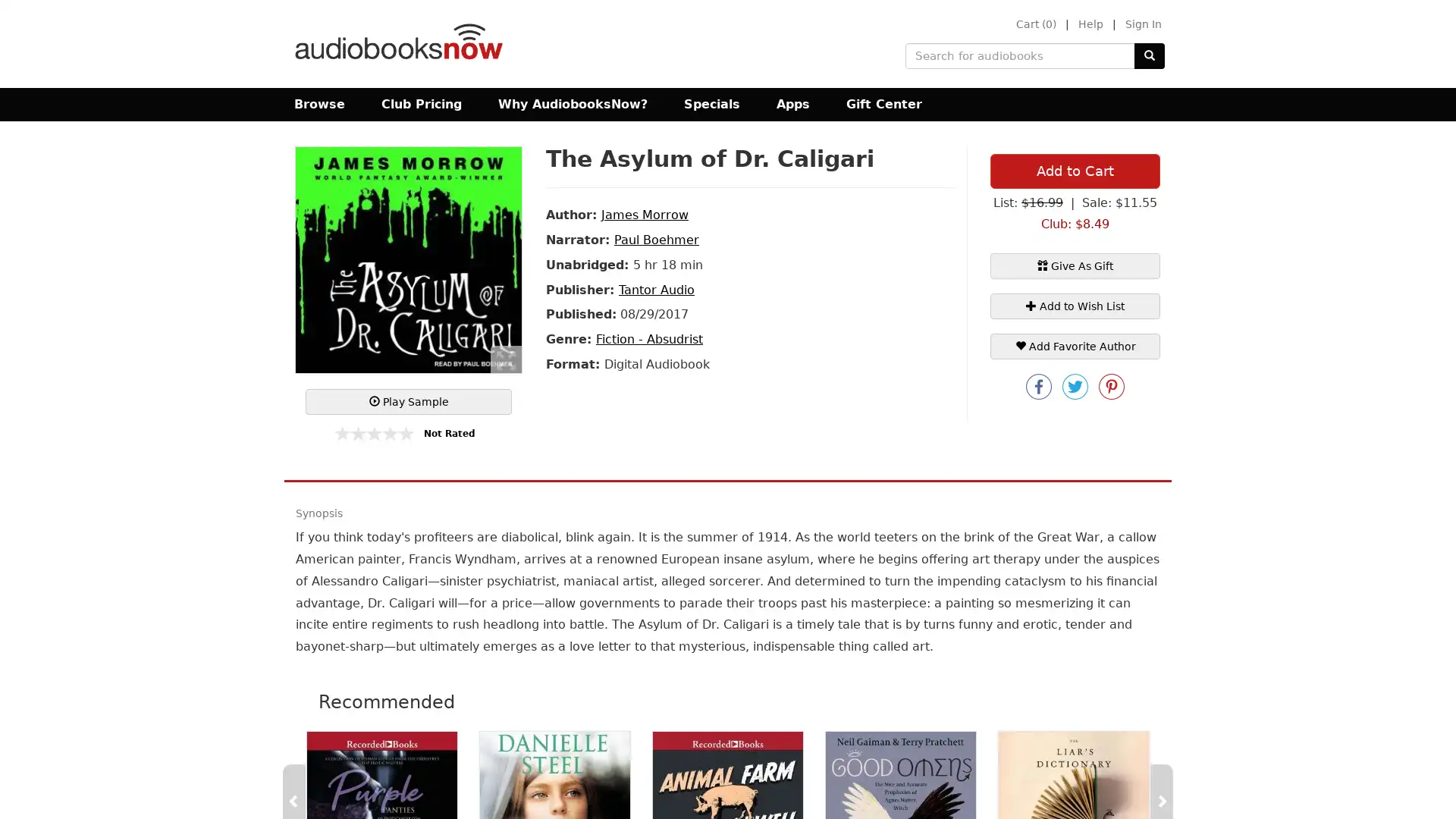  I want to click on Submit Search, so click(1150, 55).